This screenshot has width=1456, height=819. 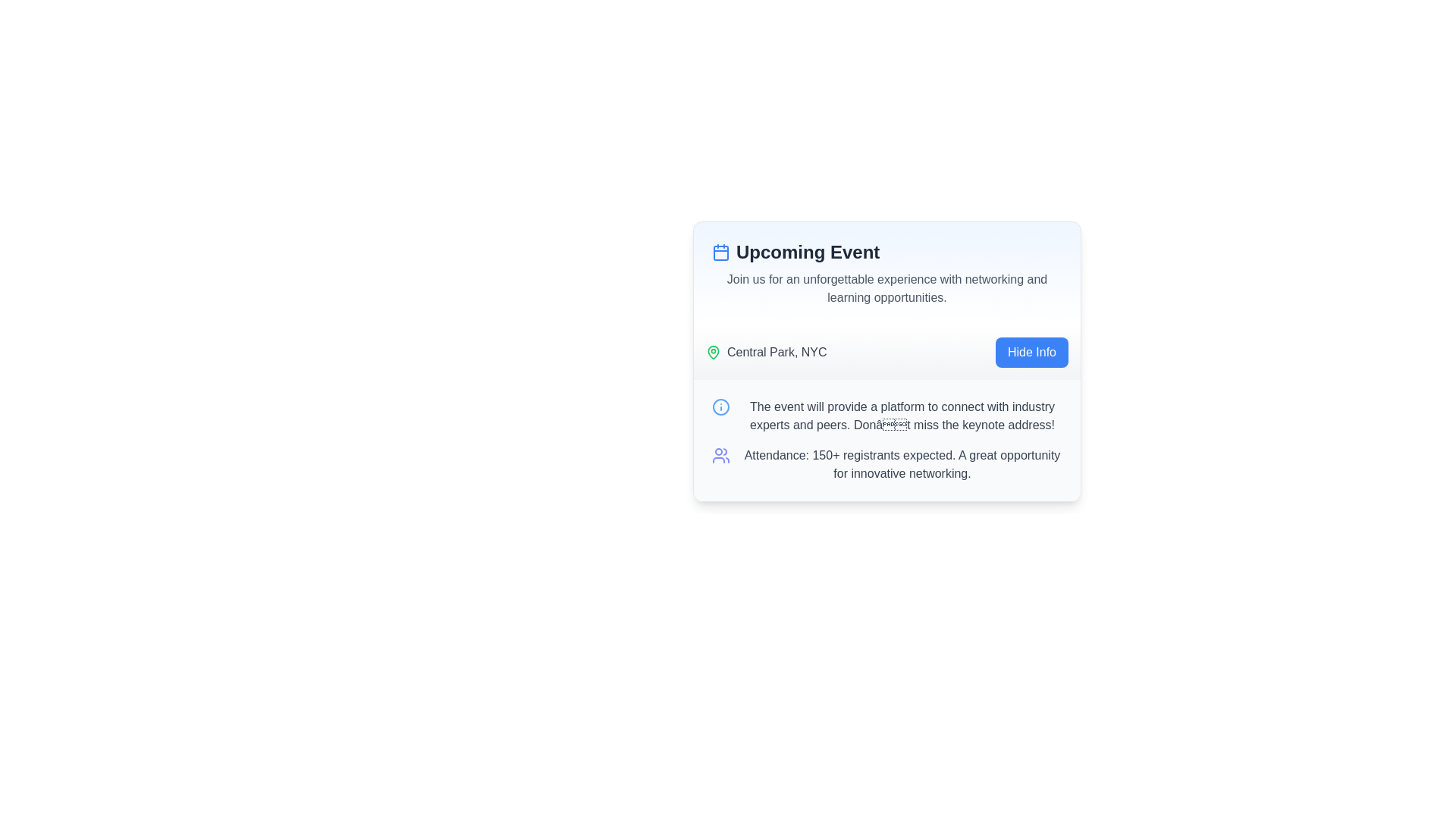 What do you see at coordinates (902, 464) in the screenshot?
I see `information presented in the static text labeled 'Attendance: 150+ registrants expected. A great opportunity for innovative networking.' located in the bottom section of the 'Upcoming Event' interface` at bounding box center [902, 464].